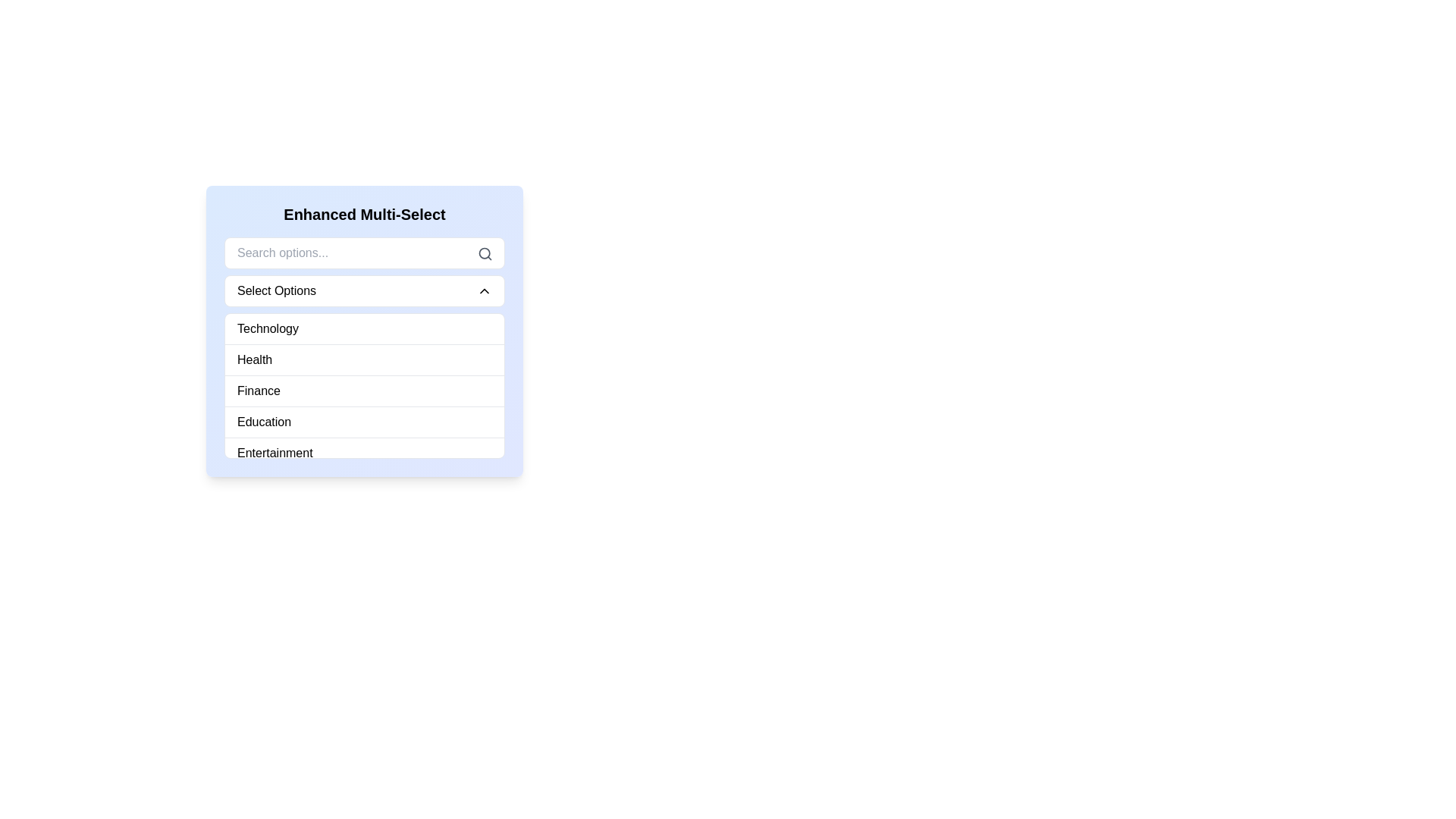 Image resolution: width=1456 pixels, height=819 pixels. What do you see at coordinates (364, 359) in the screenshot?
I see `the 'Health' dropdown menu item, which is the second item in the list under 'Technology' and above 'Finance'` at bounding box center [364, 359].